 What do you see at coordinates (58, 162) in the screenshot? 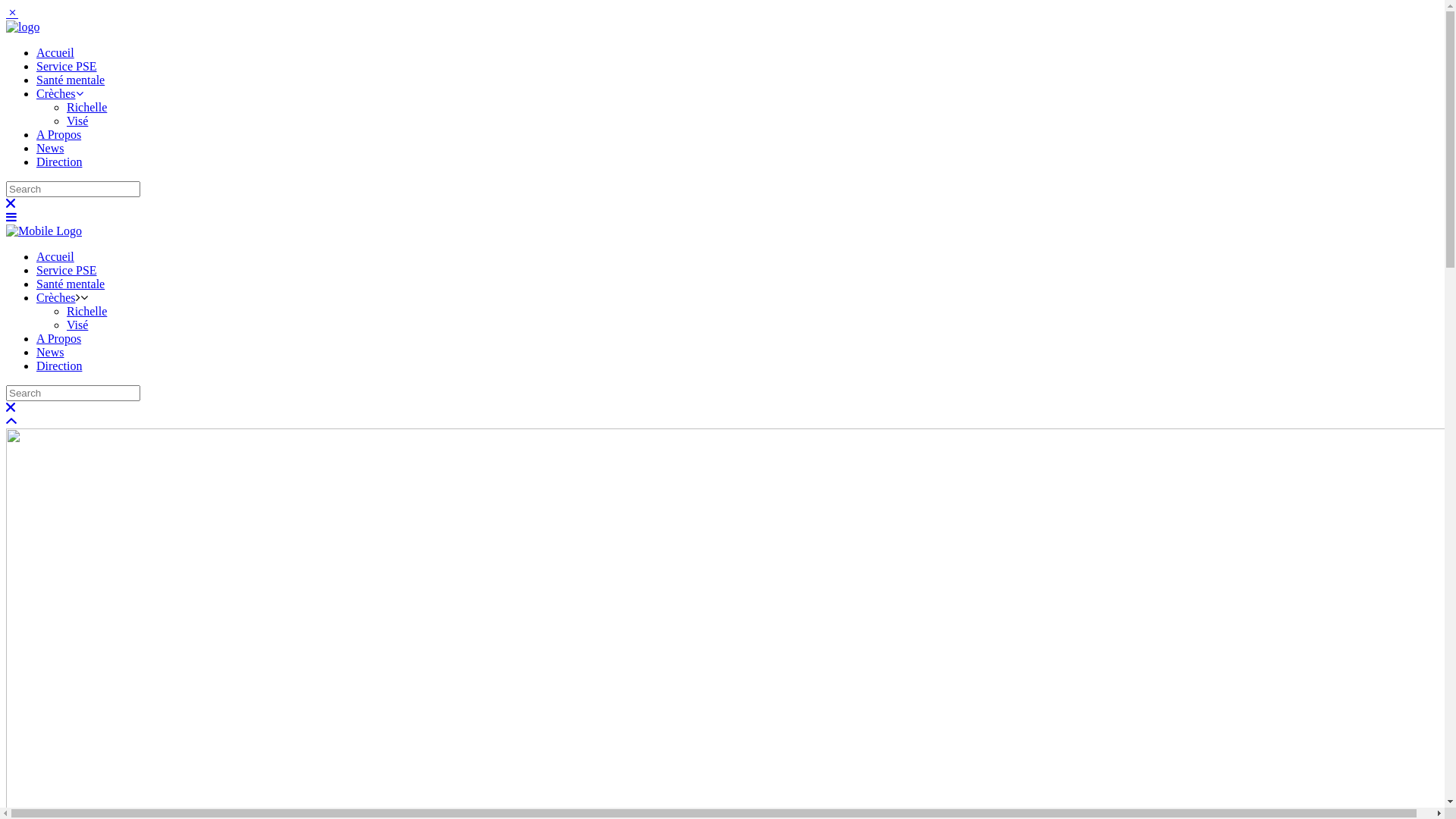
I see `'Direction'` at bounding box center [58, 162].